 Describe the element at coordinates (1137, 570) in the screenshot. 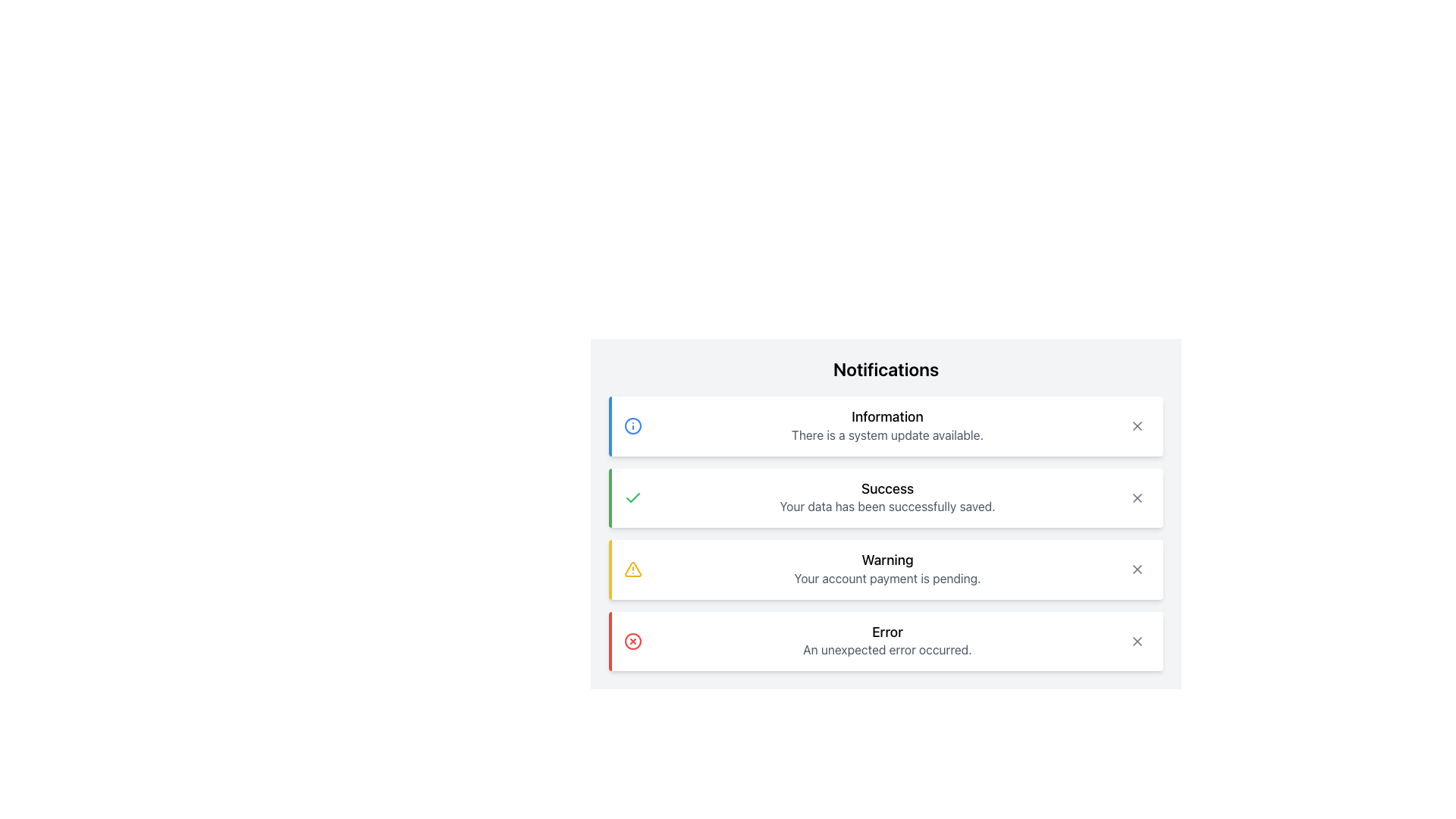

I see `the 'X' icon located within the third 'Warning' notification` at that location.